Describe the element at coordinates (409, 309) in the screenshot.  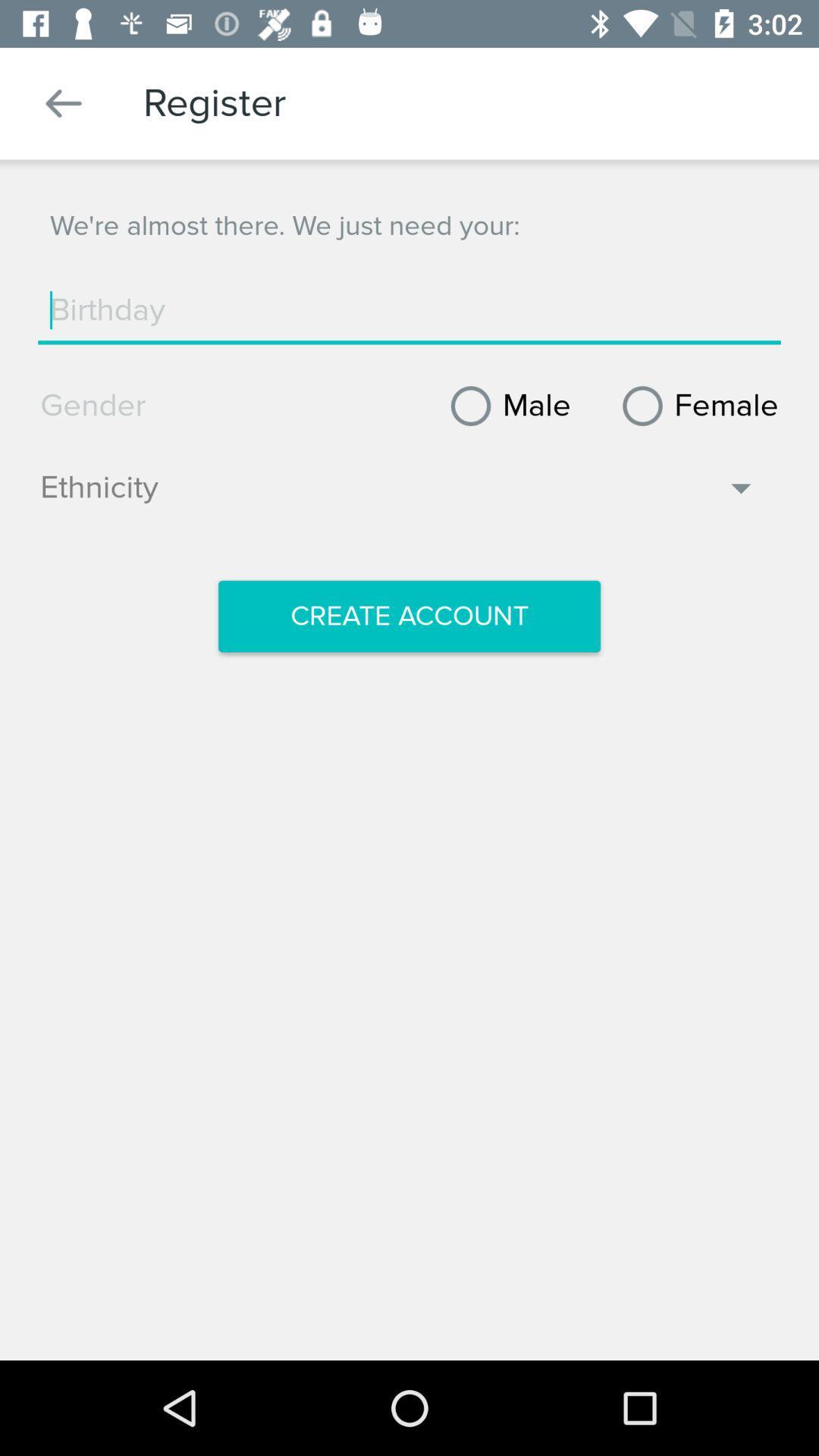
I see `icon above the male icon` at that location.